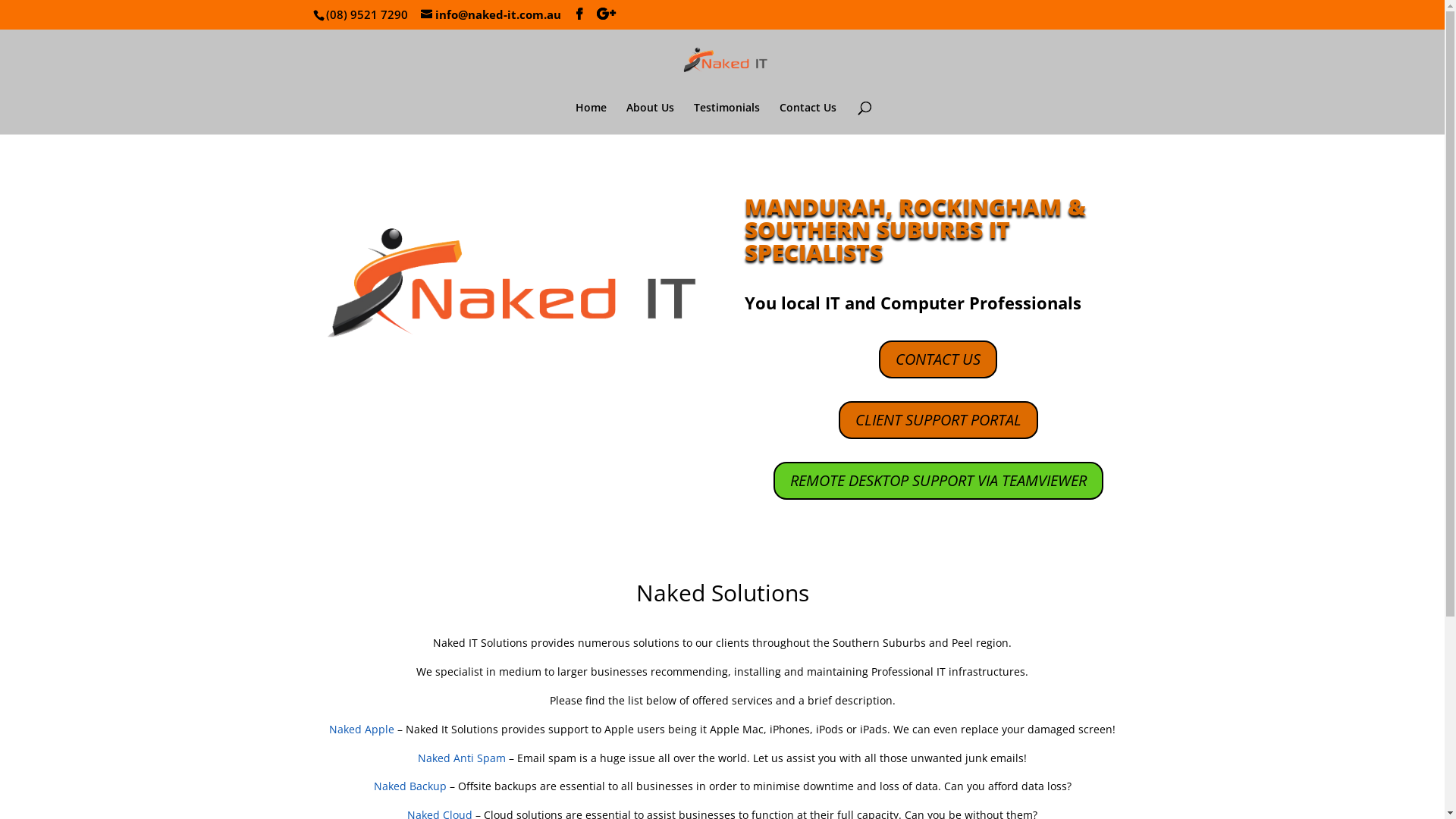 The image size is (1456, 819). What do you see at coordinates (807, 117) in the screenshot?
I see `'Contact Us'` at bounding box center [807, 117].